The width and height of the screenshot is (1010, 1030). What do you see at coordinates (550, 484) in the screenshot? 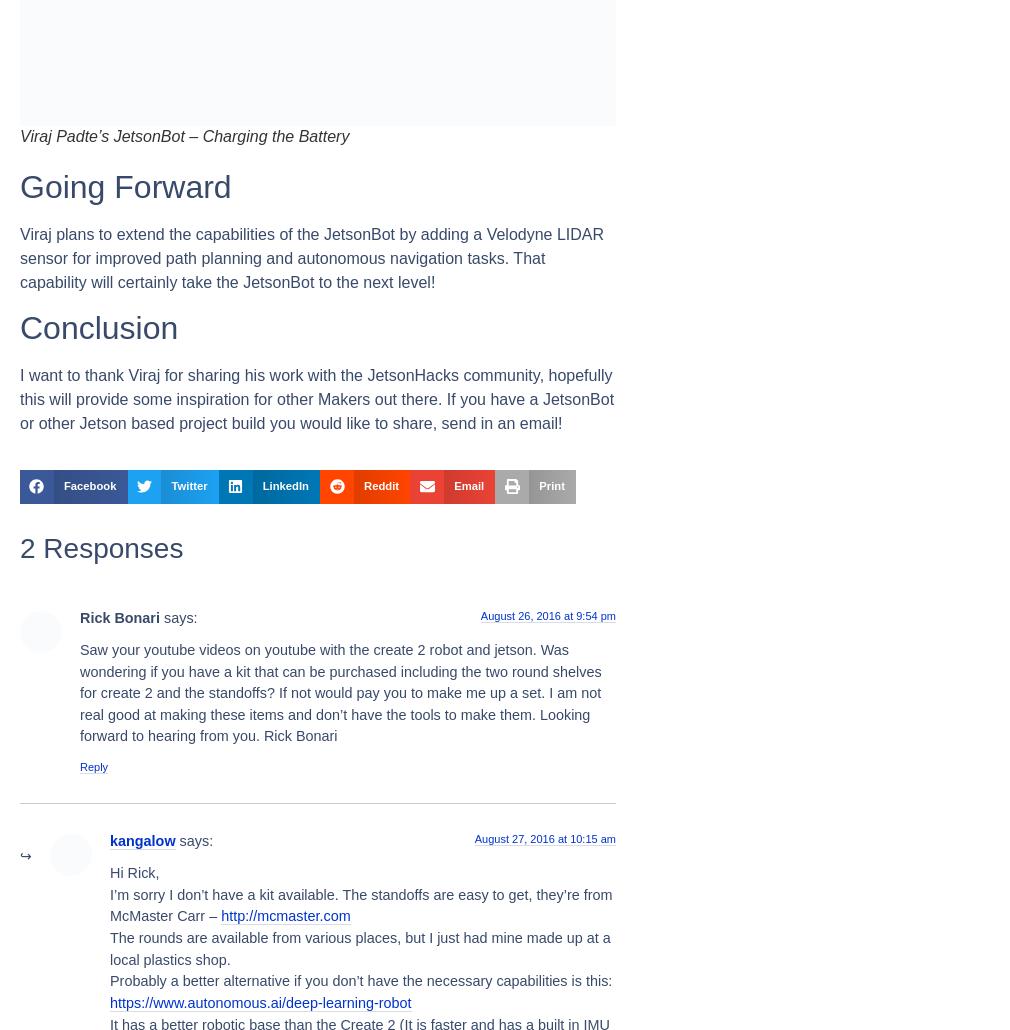
I see `'Print'` at bounding box center [550, 484].